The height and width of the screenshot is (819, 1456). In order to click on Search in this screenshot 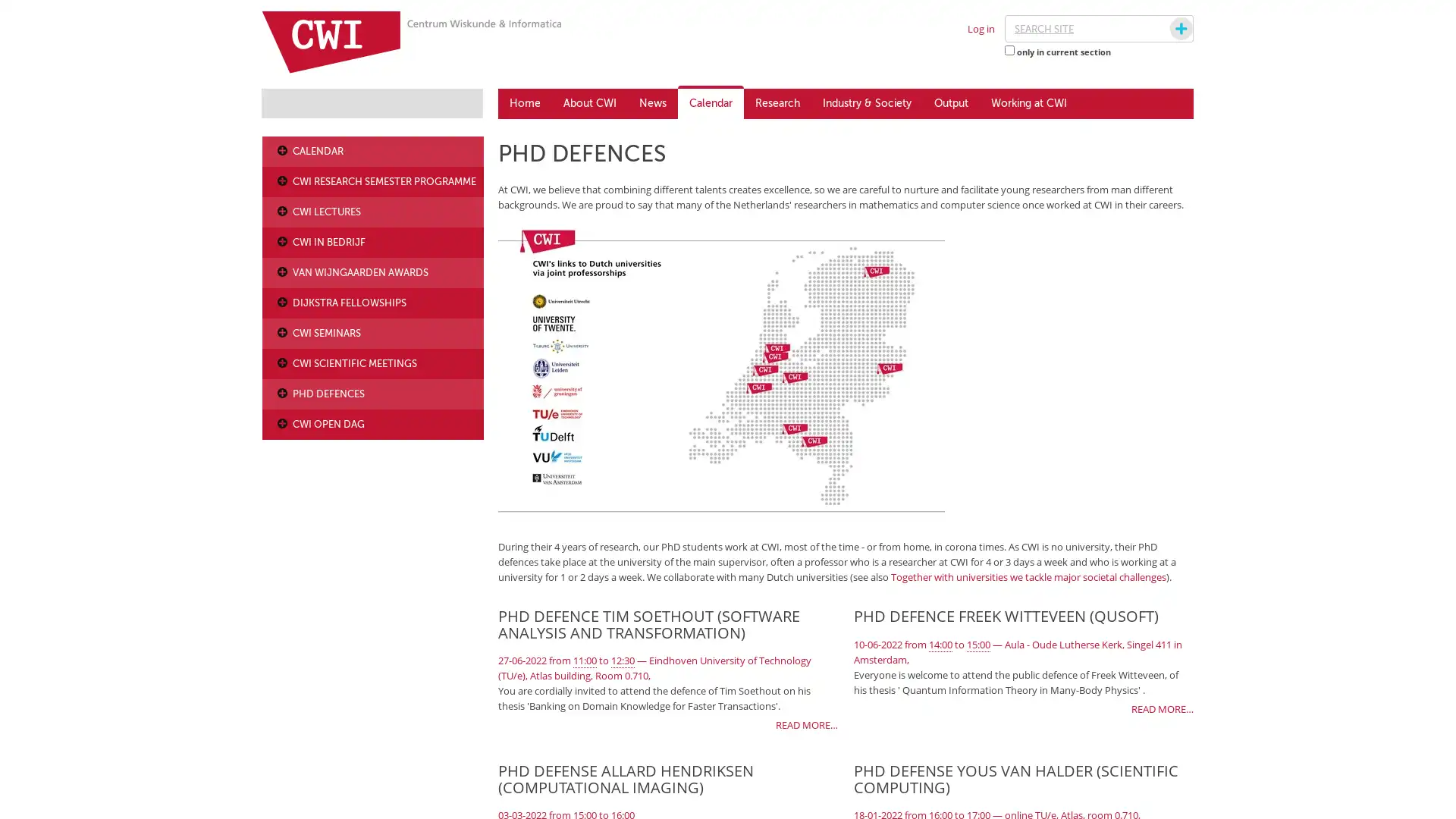, I will do `click(1166, 29)`.